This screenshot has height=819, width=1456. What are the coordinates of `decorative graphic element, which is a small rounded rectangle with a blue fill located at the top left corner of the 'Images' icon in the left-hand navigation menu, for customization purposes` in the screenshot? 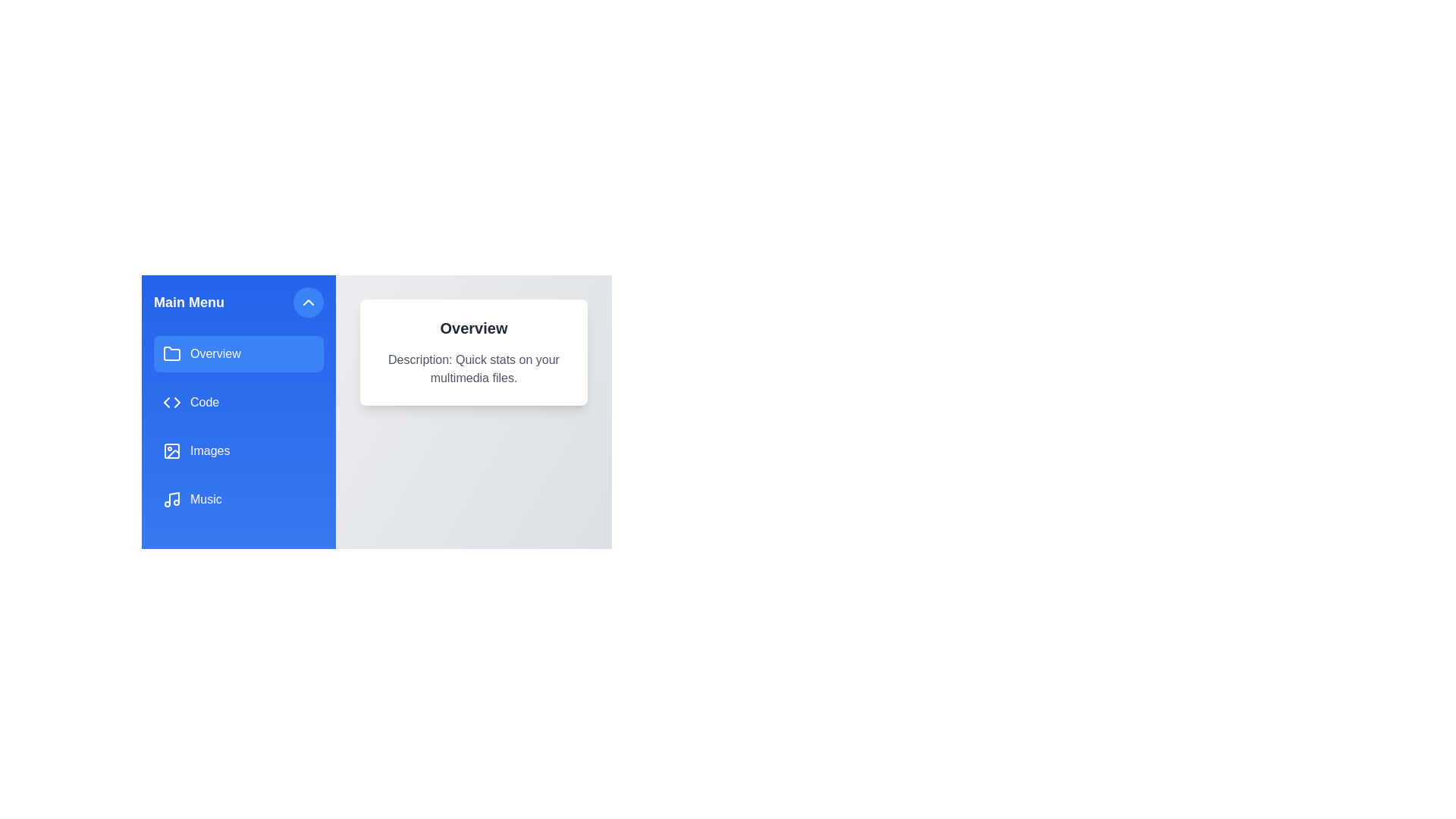 It's located at (171, 450).